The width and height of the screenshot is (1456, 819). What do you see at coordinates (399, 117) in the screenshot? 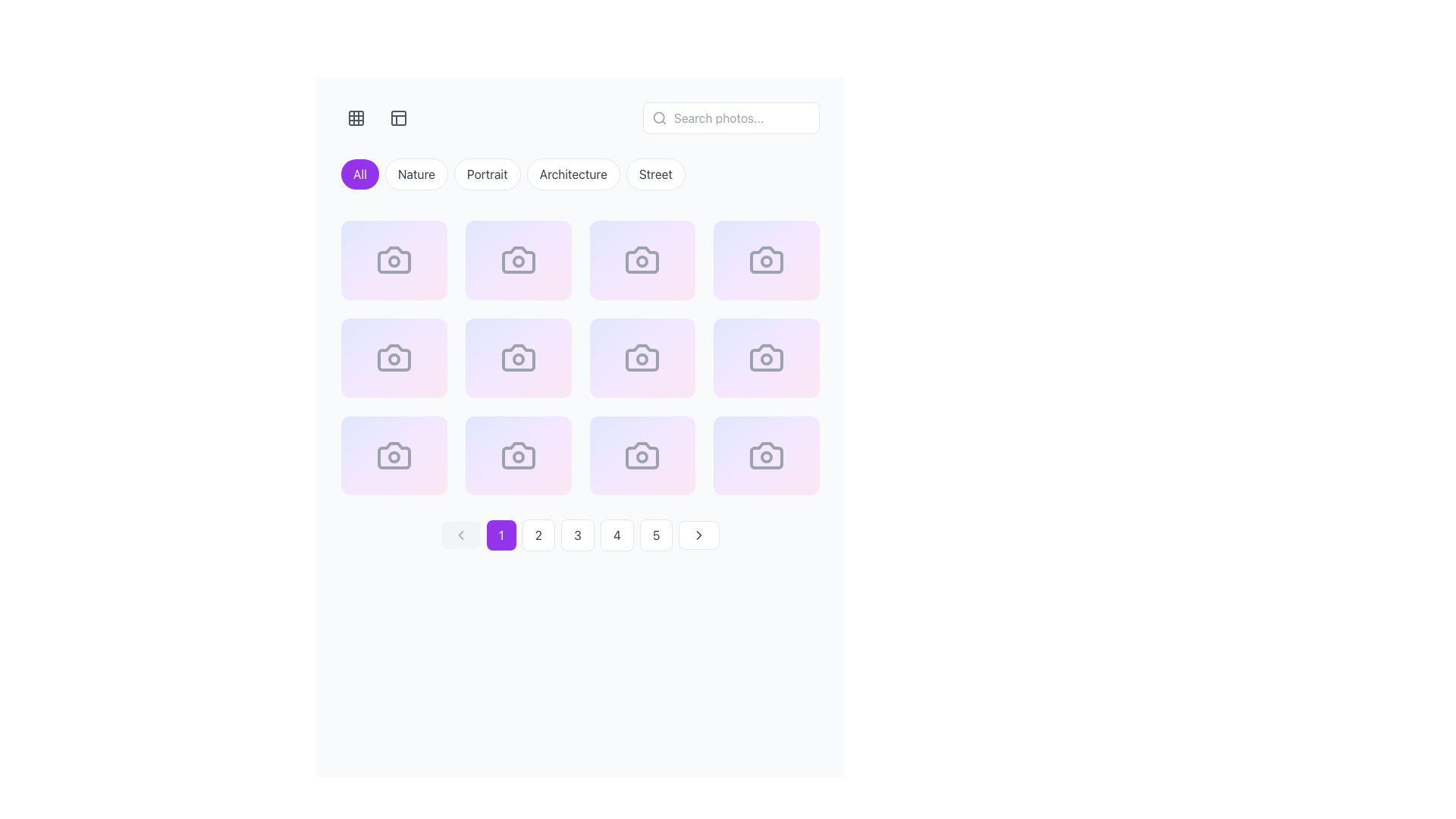
I see `the button styled as an icon in the navigation bar` at bounding box center [399, 117].